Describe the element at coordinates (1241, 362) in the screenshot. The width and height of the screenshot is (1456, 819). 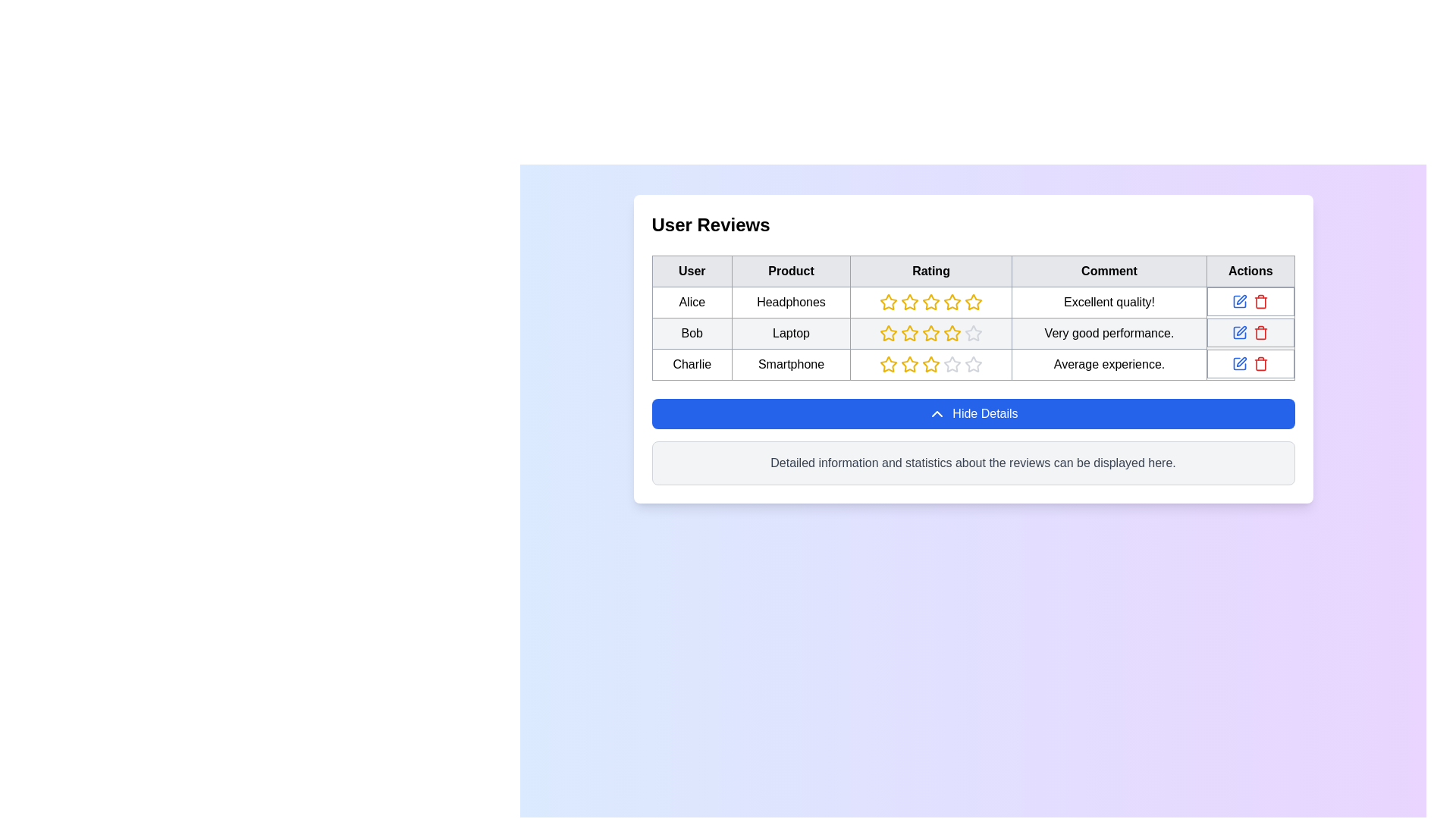
I see `the edit icon located in the 'Actions' column of the last row in the table` at that location.